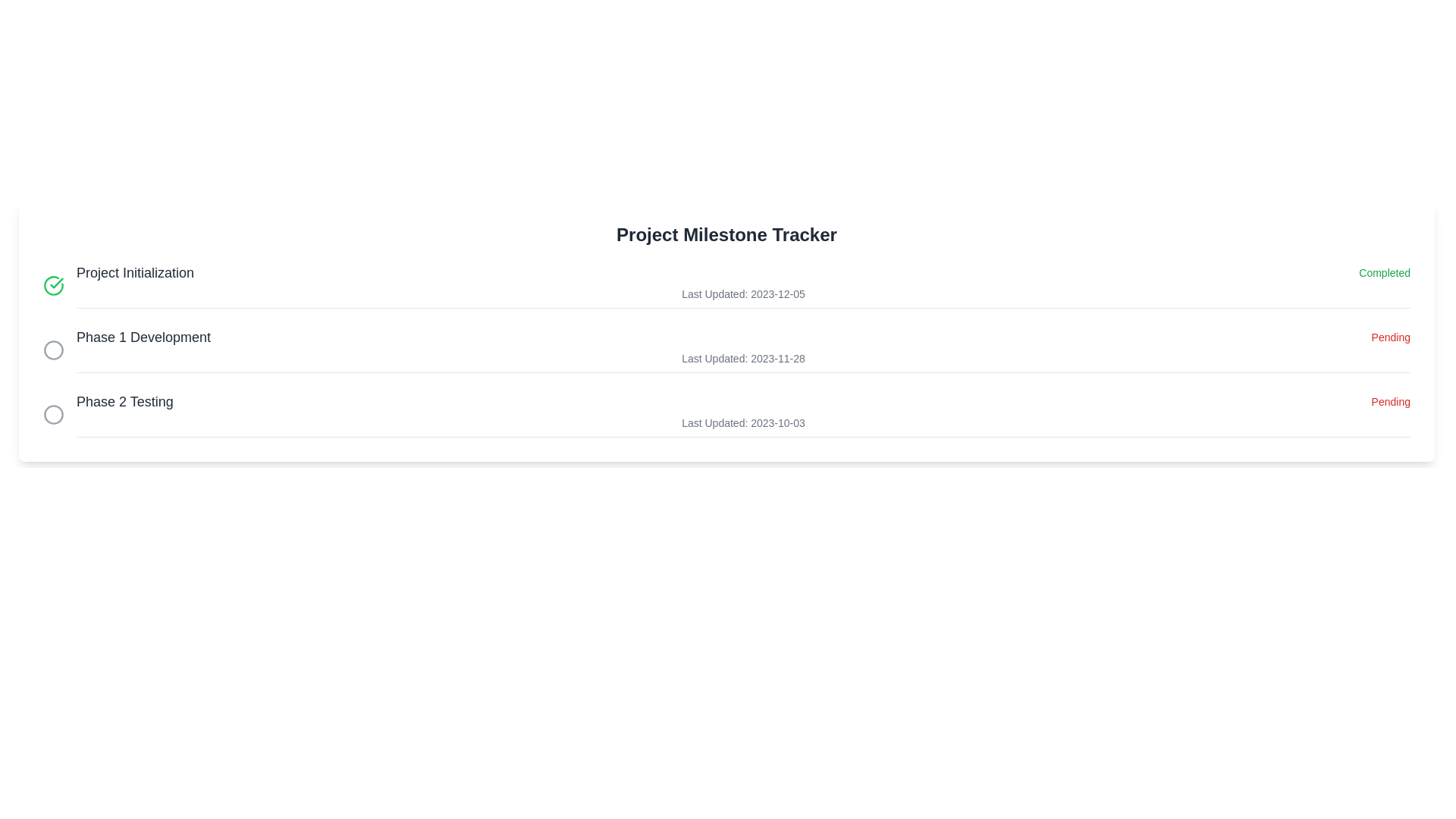 The width and height of the screenshot is (1456, 819). Describe the element at coordinates (1391, 400) in the screenshot. I see `the text label displaying 'Pending' in red color, which indicates the status of the item in the 'Phase 2 Testing' row` at that location.